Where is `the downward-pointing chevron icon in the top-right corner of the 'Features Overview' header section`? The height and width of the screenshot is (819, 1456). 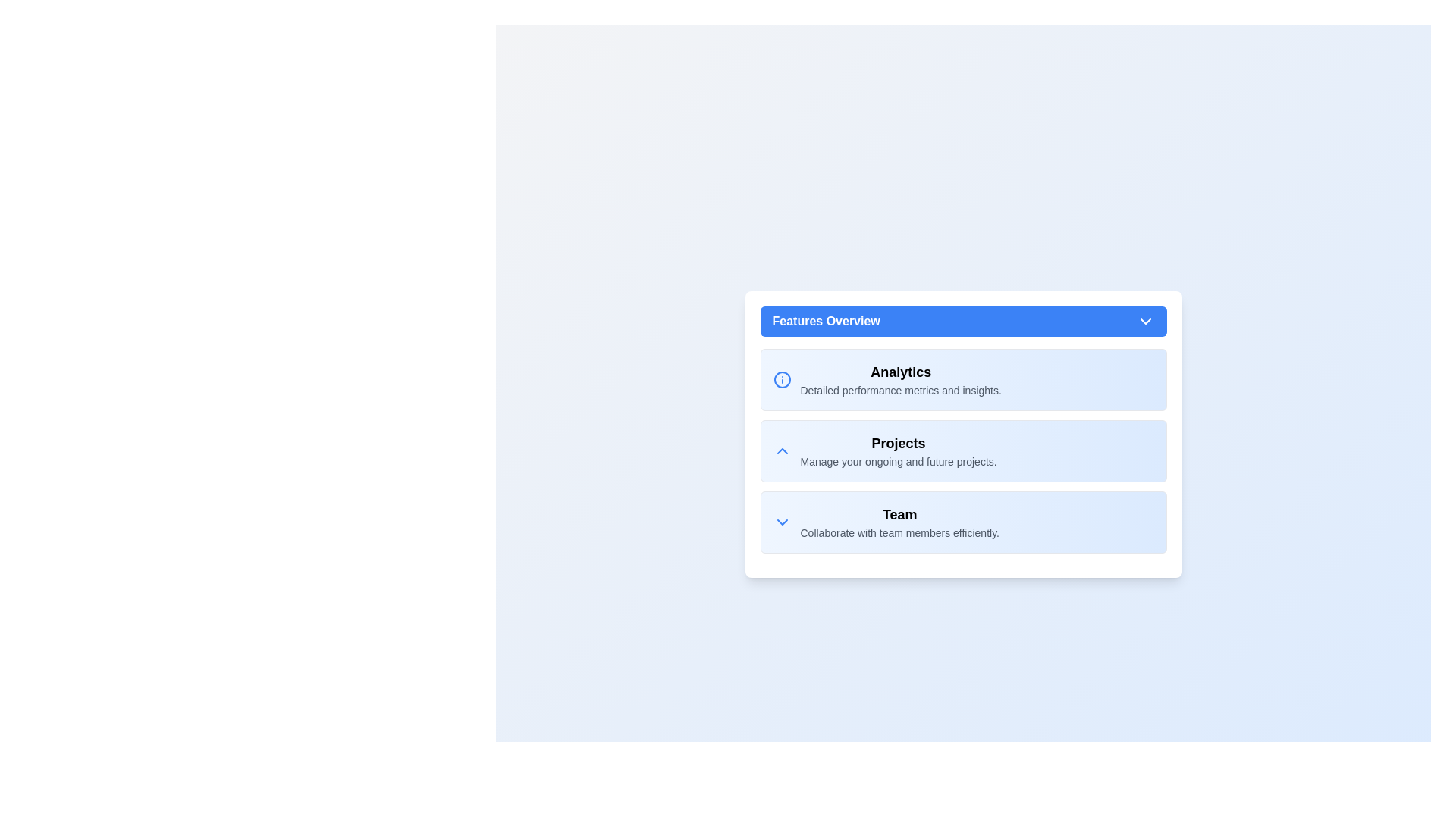
the downward-pointing chevron icon in the top-right corner of the 'Features Overview' header section is located at coordinates (1145, 321).